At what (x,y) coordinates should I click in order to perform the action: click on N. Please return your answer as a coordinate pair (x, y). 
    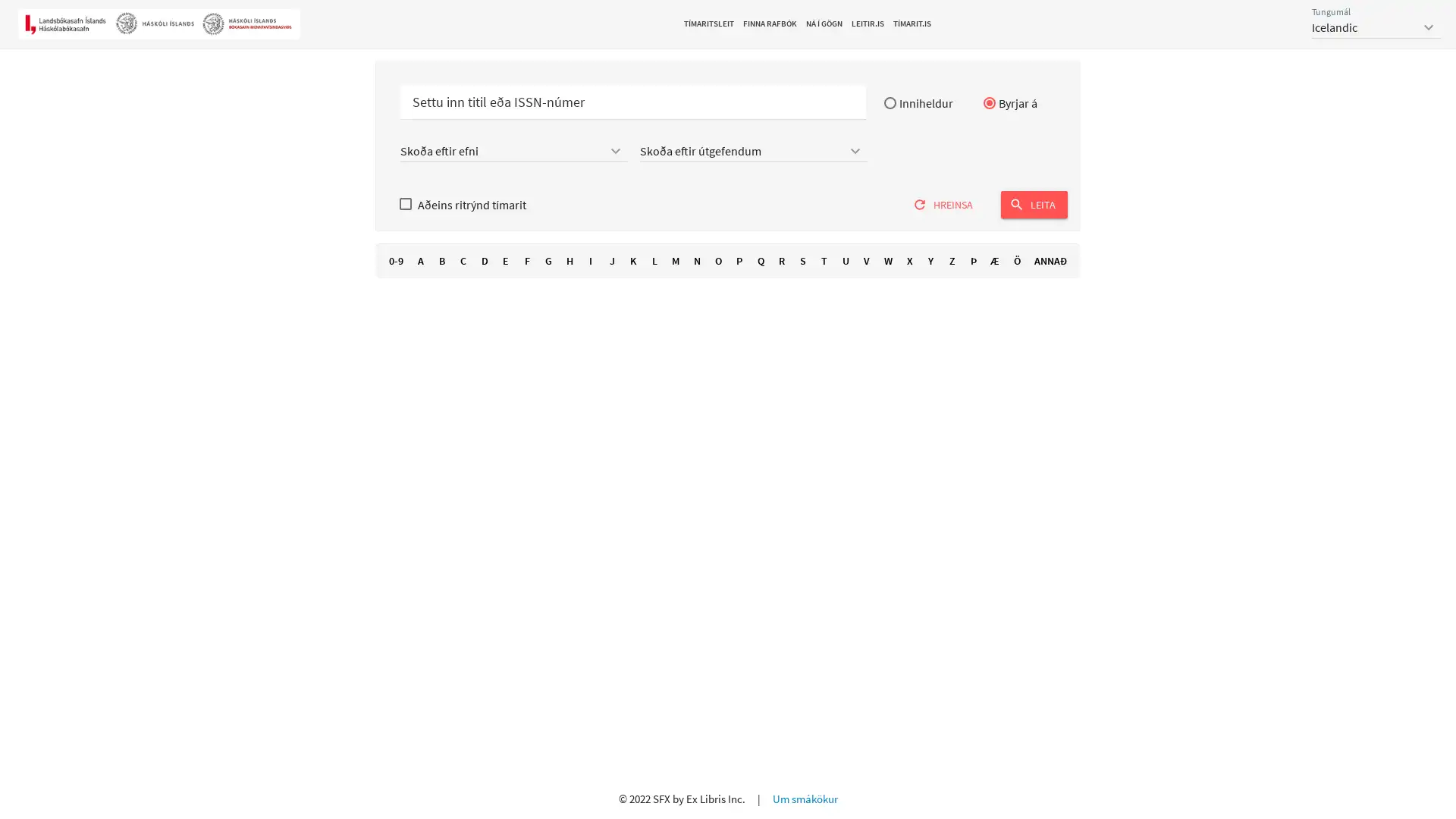
    Looking at the image, I should click on (695, 259).